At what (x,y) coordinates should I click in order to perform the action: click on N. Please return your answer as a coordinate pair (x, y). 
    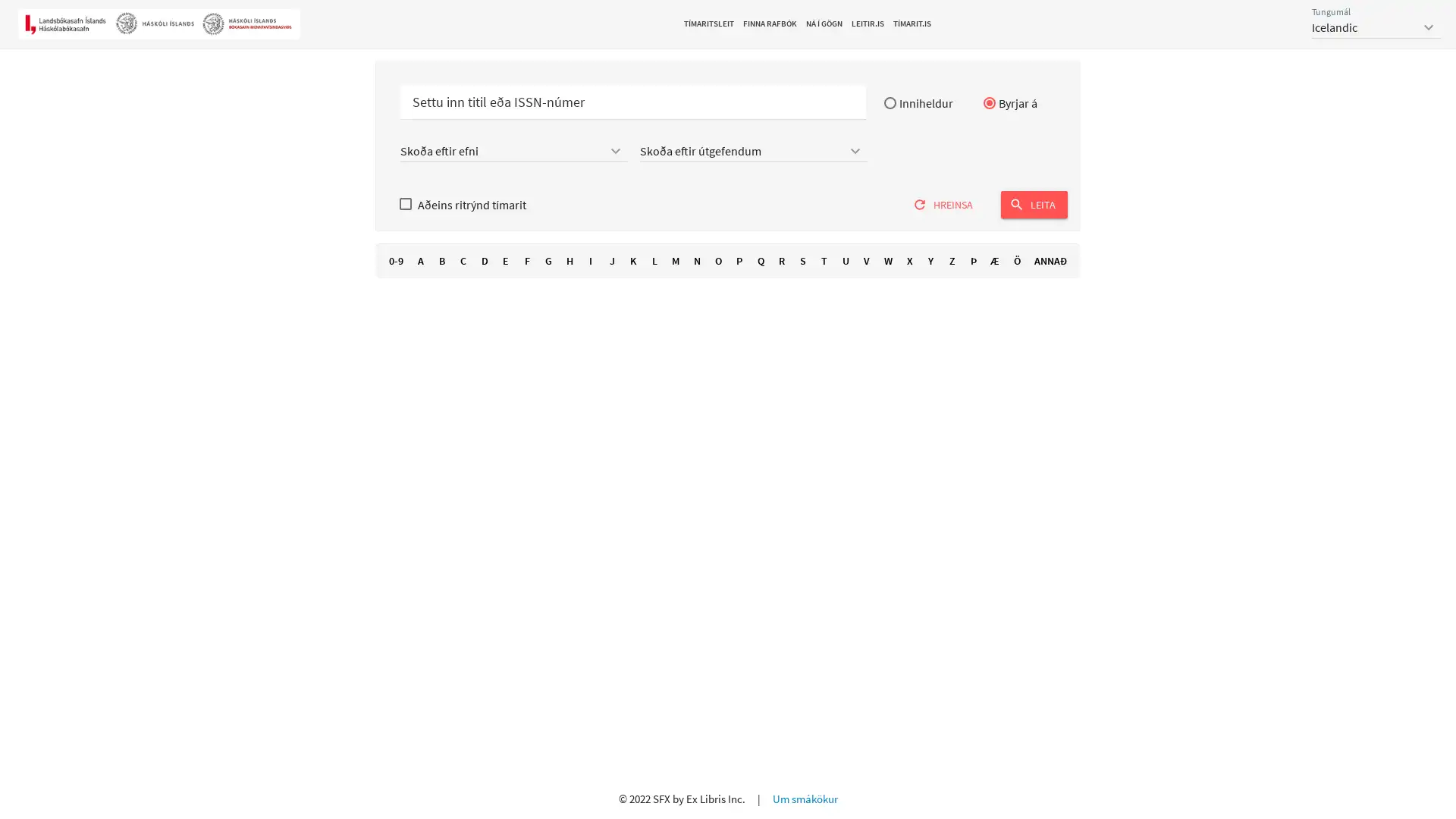
    Looking at the image, I should click on (695, 259).